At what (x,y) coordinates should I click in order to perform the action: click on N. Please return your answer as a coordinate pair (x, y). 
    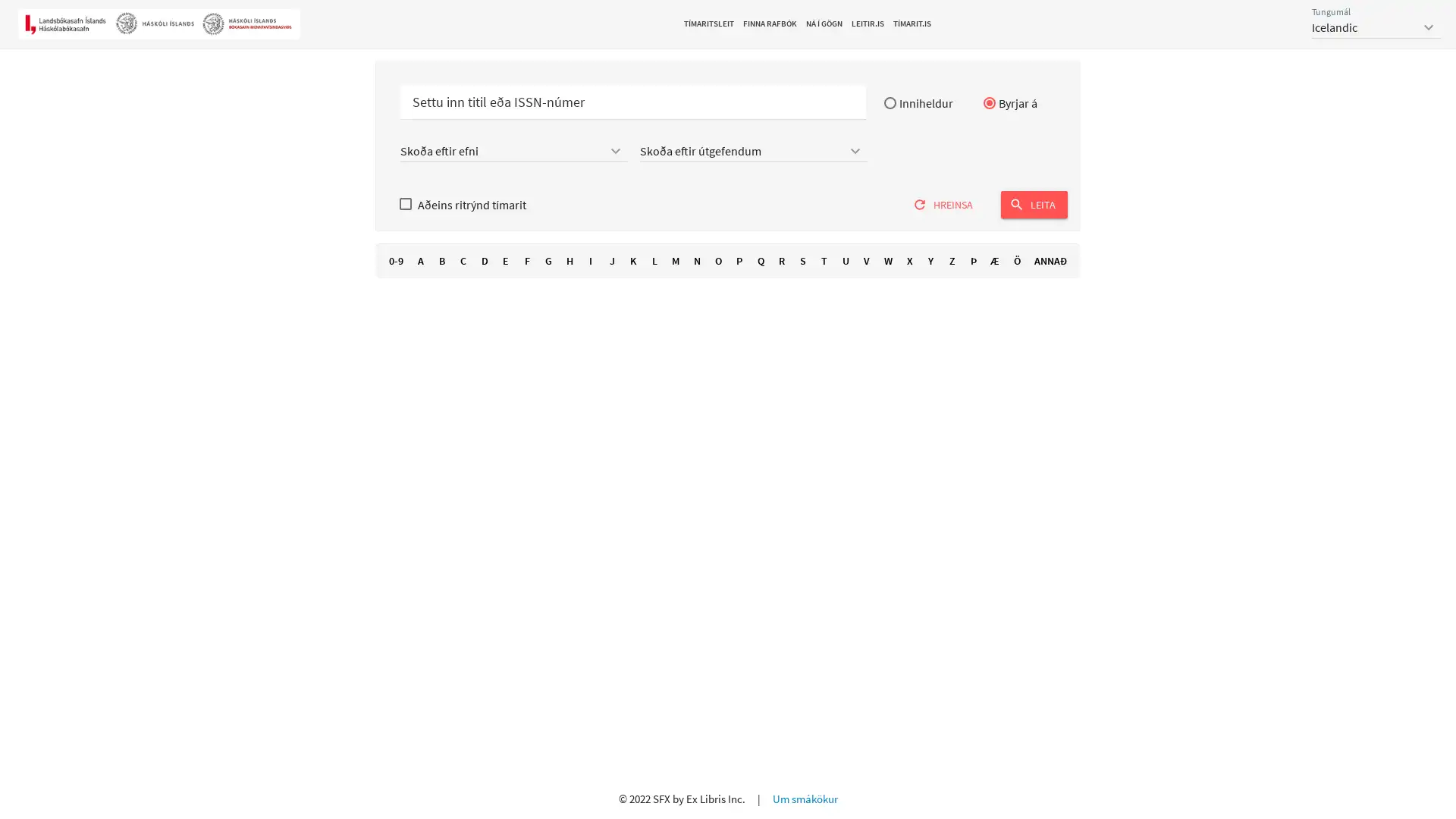
    Looking at the image, I should click on (695, 259).